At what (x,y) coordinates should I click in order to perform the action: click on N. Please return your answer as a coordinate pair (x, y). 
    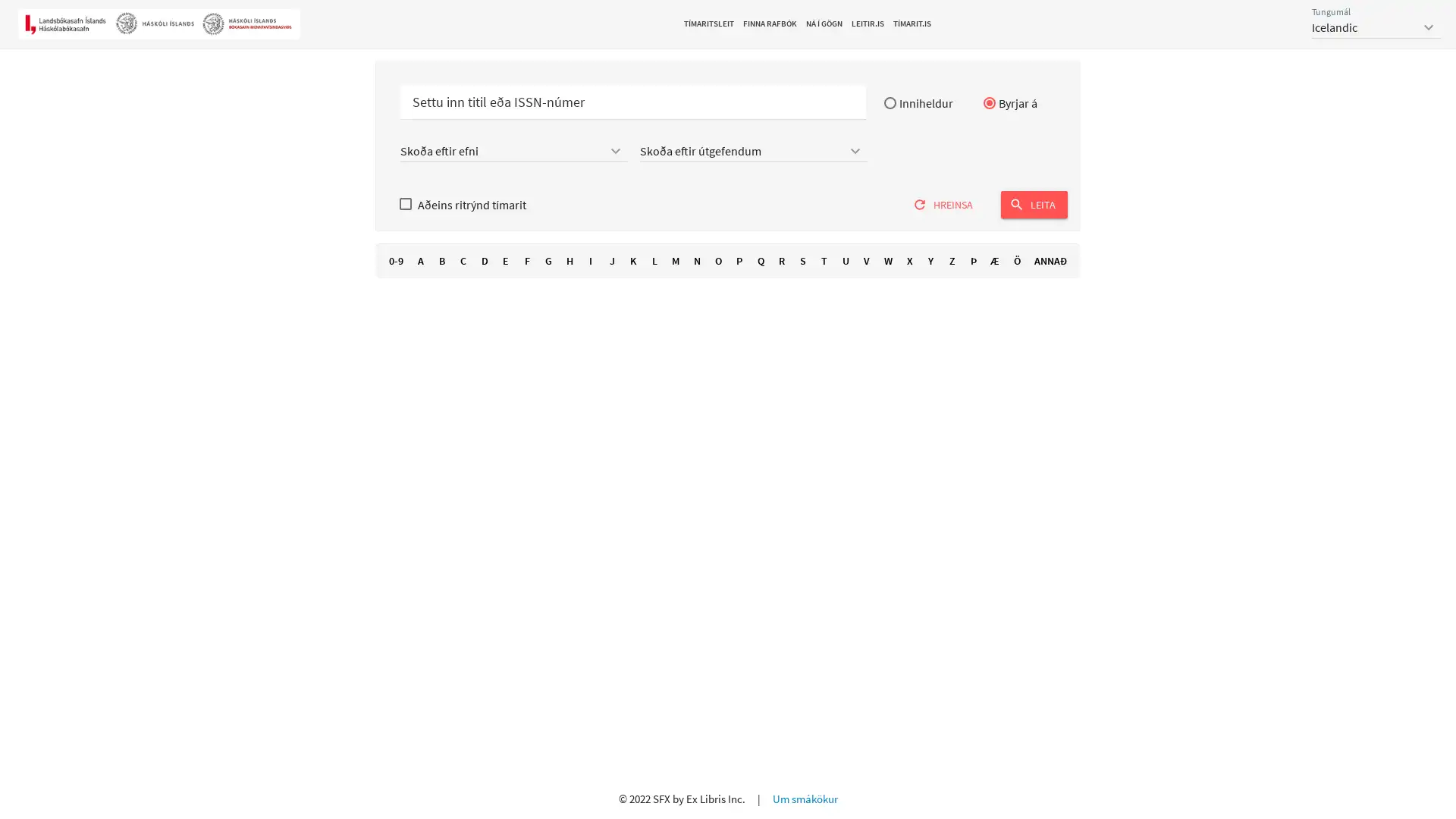
    Looking at the image, I should click on (695, 259).